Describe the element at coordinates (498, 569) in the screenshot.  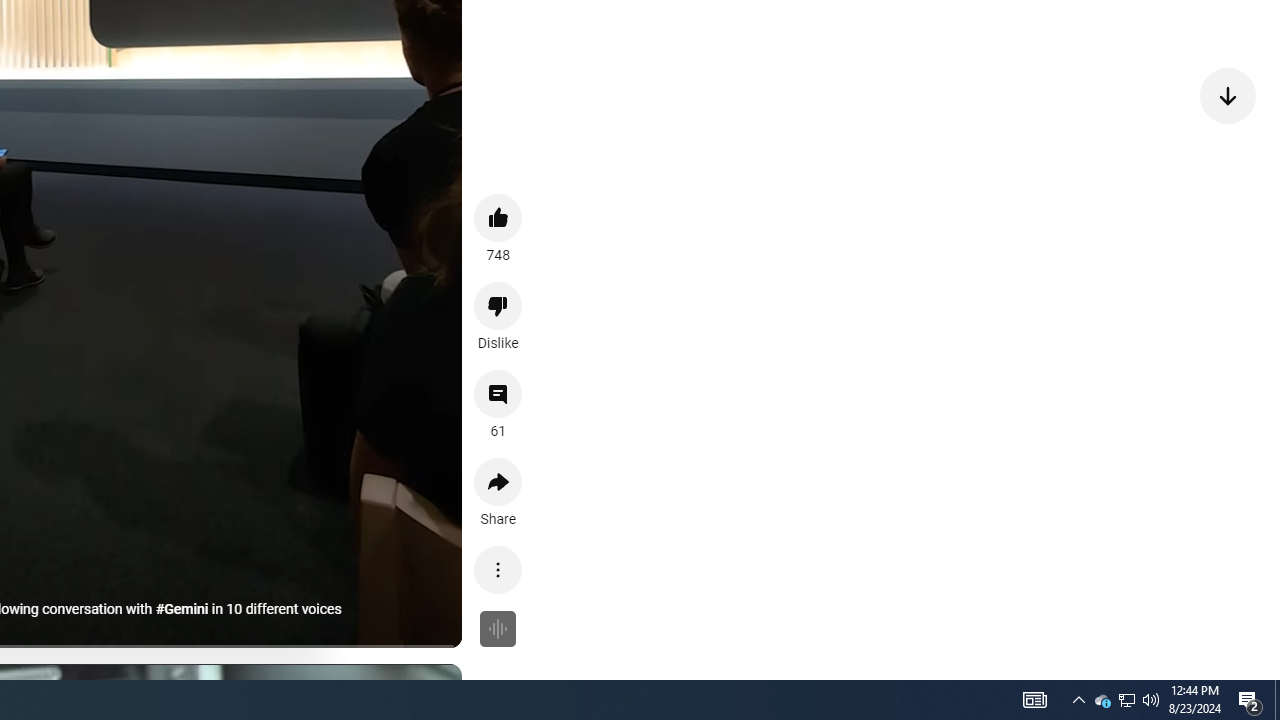
I see `'More actions'` at that location.